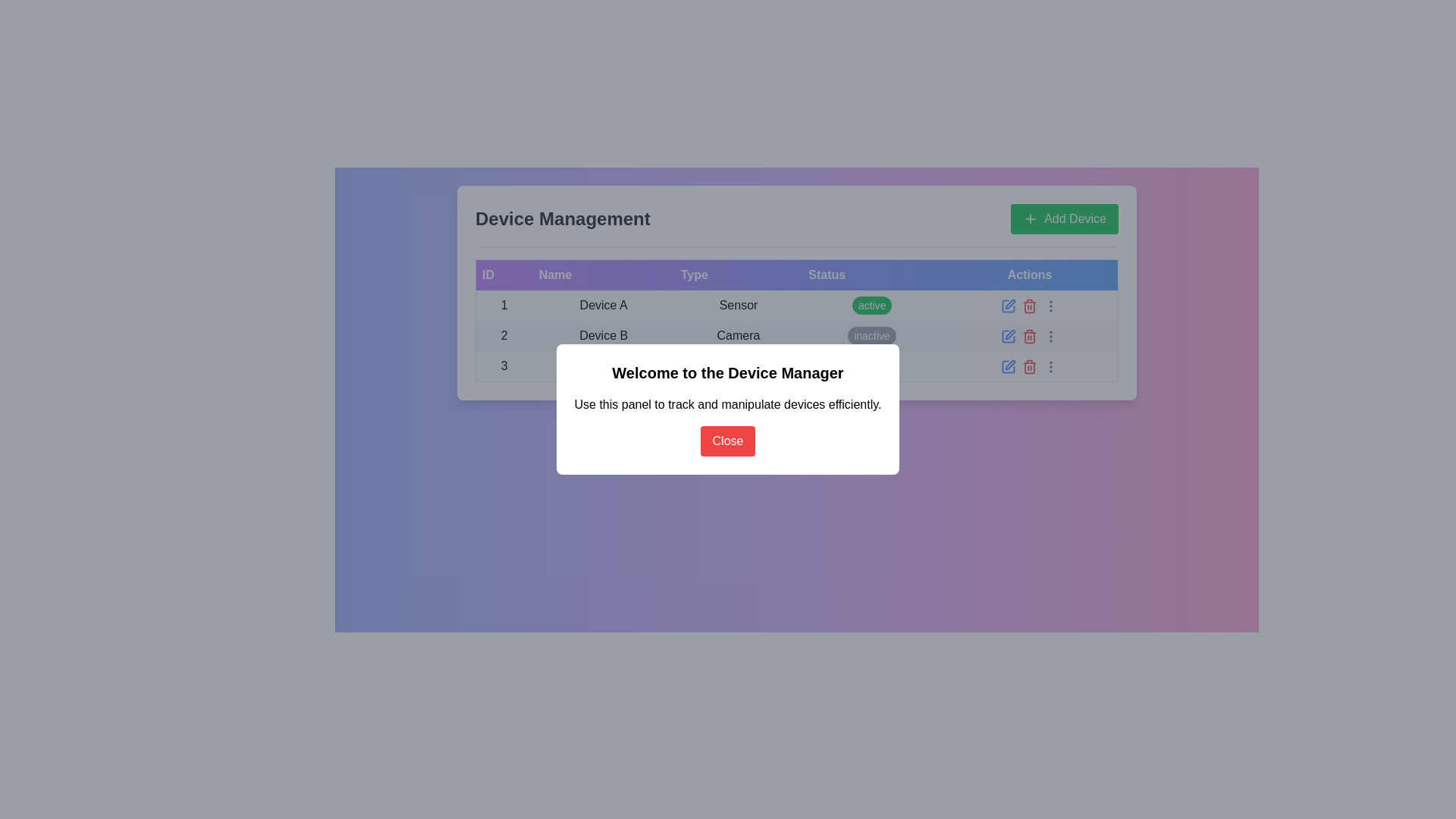  Describe the element at coordinates (1008, 305) in the screenshot. I see `the editing icon in the 'Actions' column for 'Device A'` at that location.